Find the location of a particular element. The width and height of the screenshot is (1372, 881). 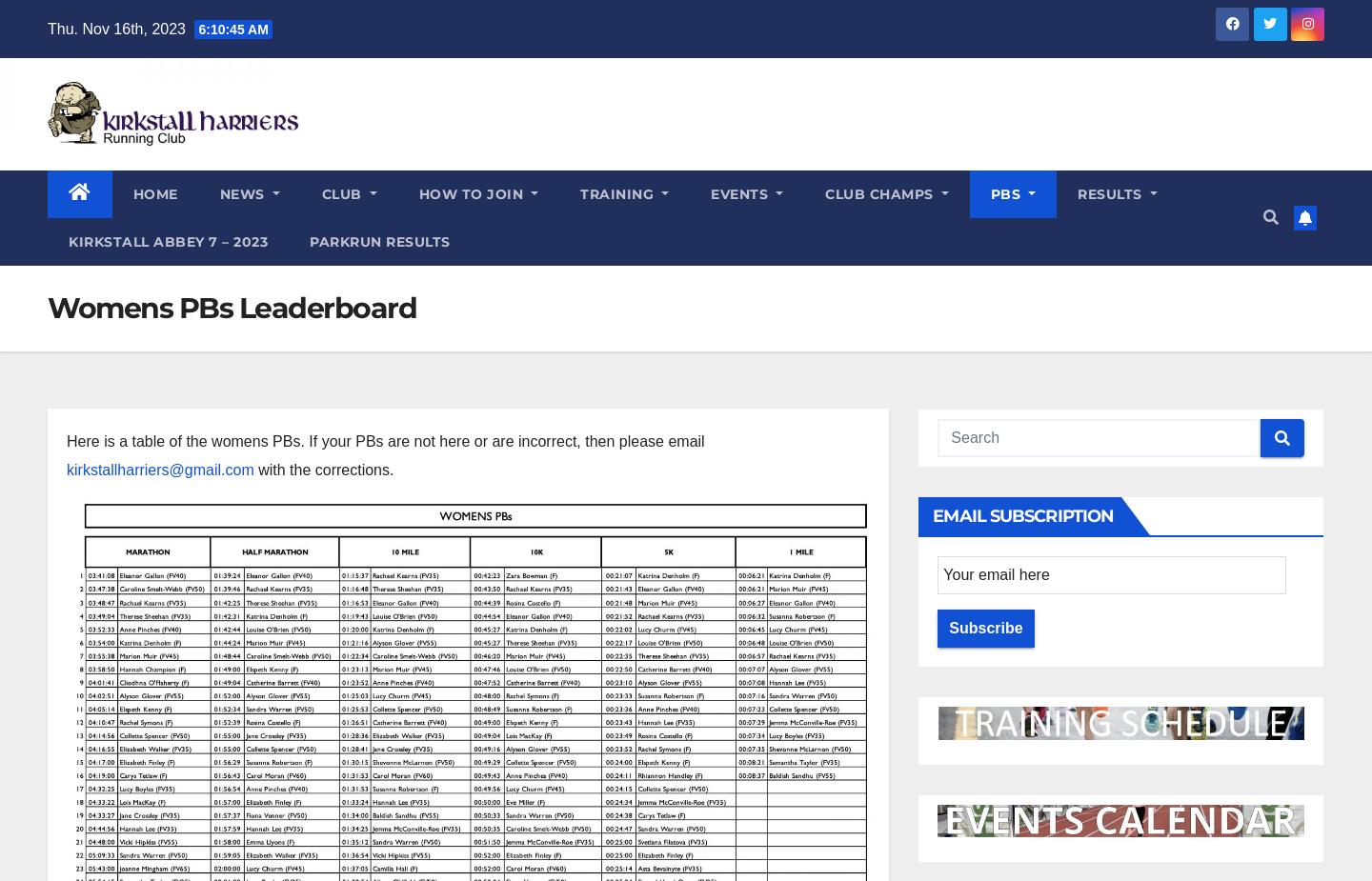

'Email Subscription' is located at coordinates (1022, 515).